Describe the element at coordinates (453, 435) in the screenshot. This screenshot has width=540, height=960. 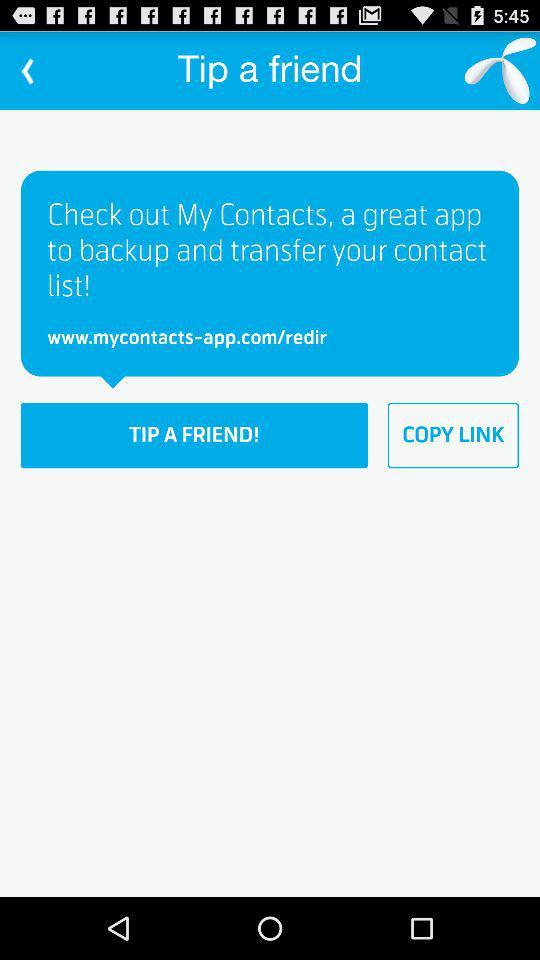
I see `the copy link item` at that location.